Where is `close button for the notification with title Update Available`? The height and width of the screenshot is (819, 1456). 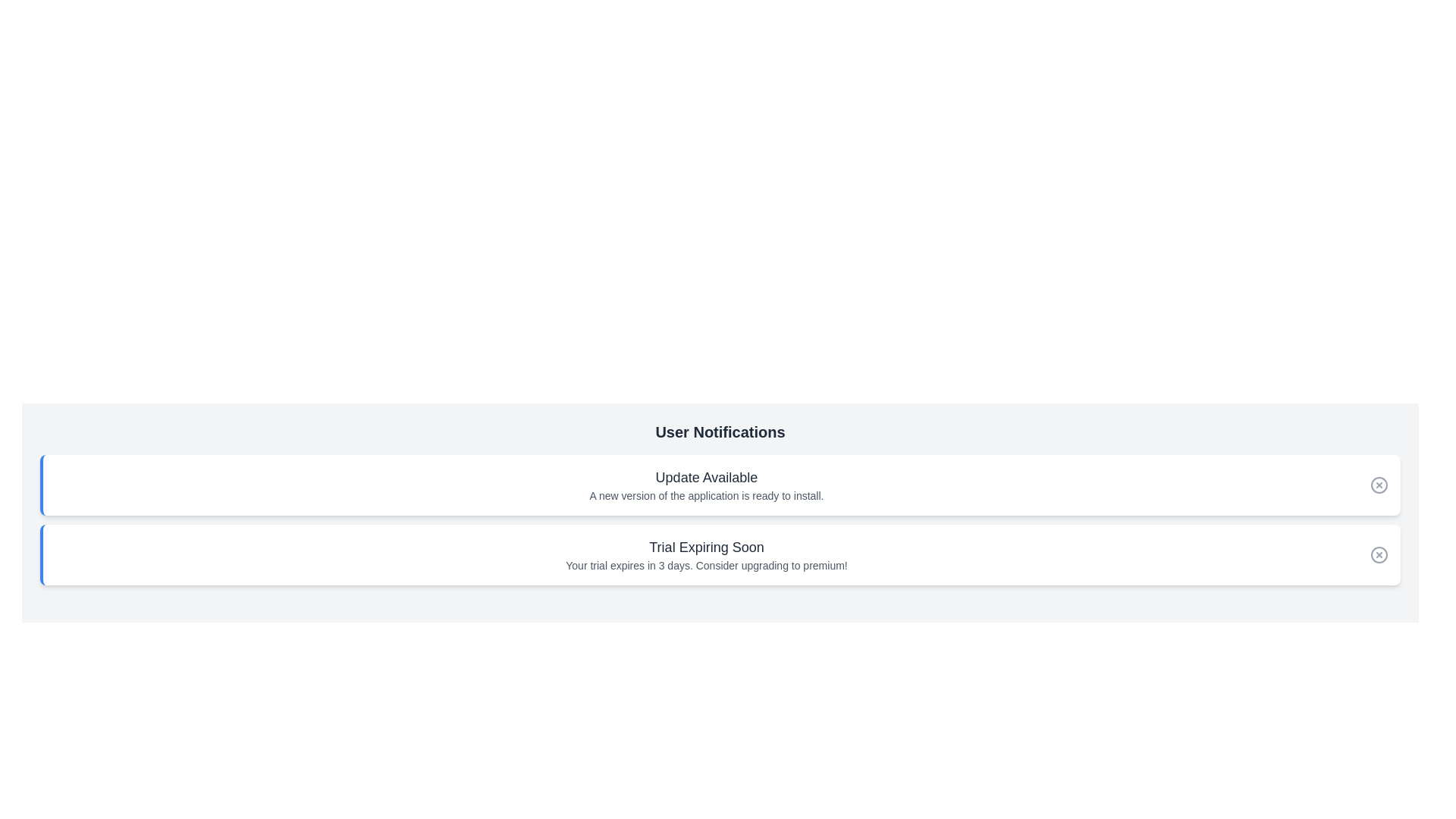
close button for the notification with title Update Available is located at coordinates (1379, 485).